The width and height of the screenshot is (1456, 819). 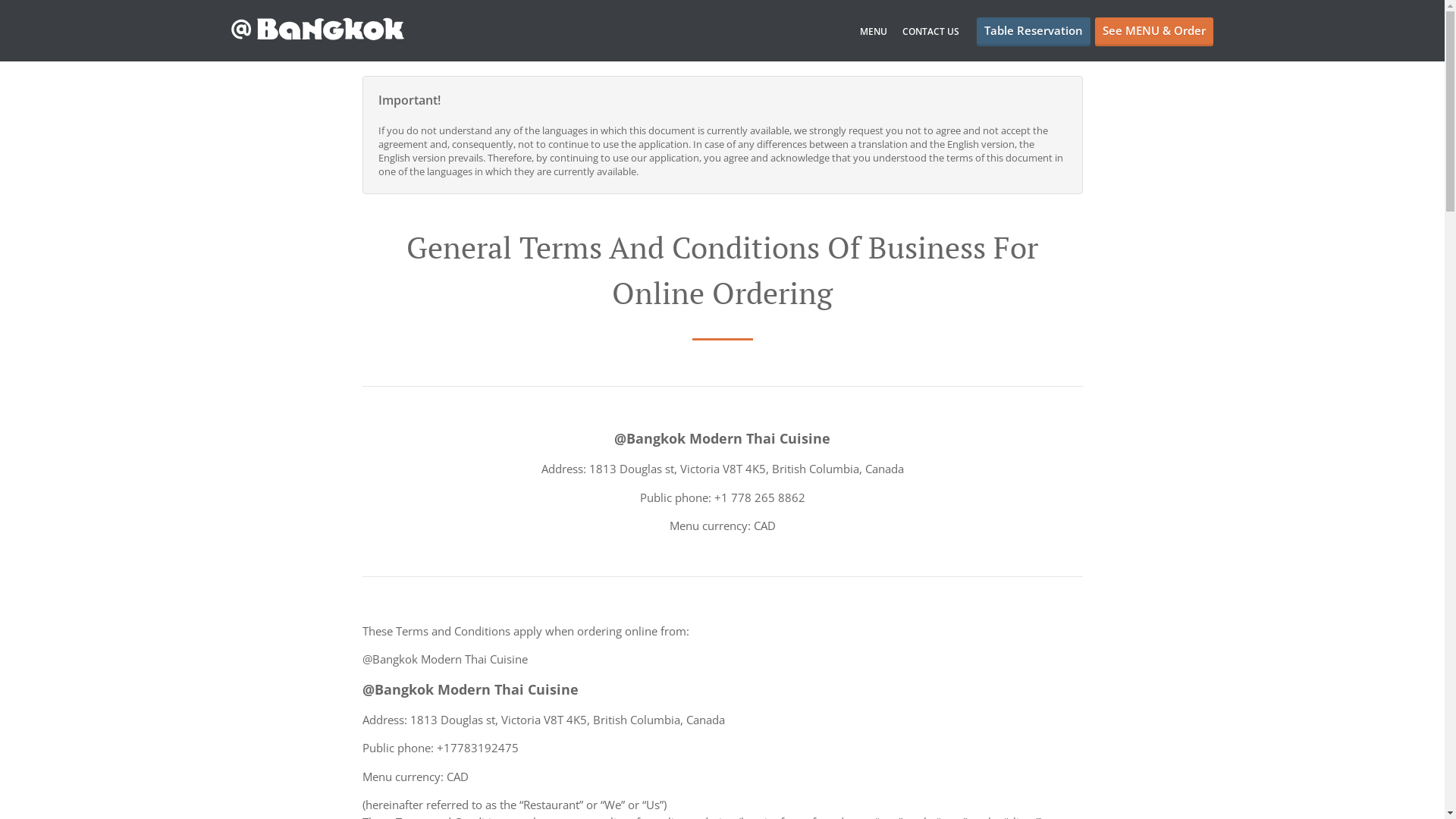 What do you see at coordinates (874, 31) in the screenshot?
I see `'MENU'` at bounding box center [874, 31].